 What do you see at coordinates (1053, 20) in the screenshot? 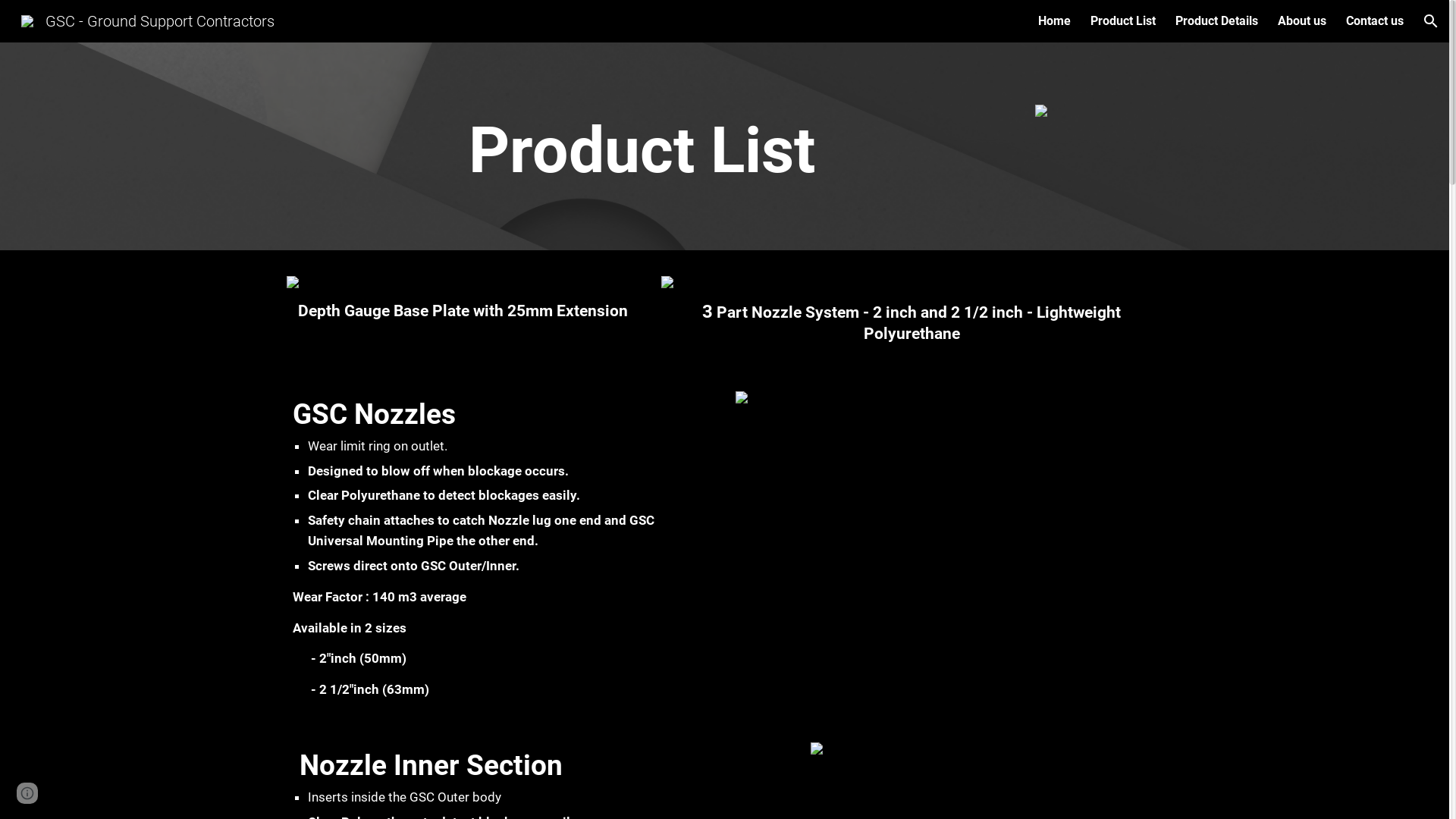
I see `'Home'` at bounding box center [1053, 20].